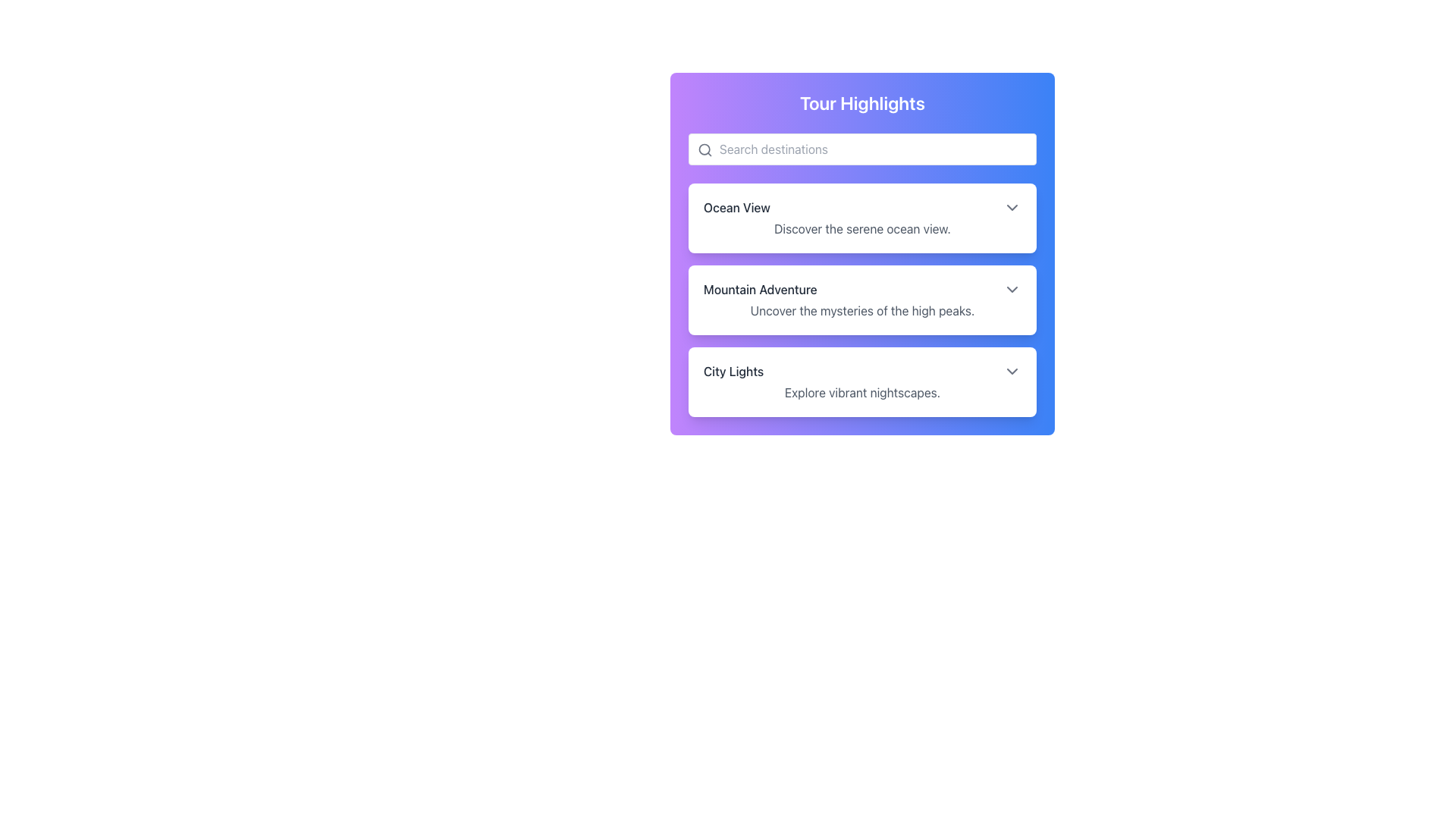  I want to click on the search bar for entering destination queries located in the 'Tour Highlights' section, so click(862, 149).